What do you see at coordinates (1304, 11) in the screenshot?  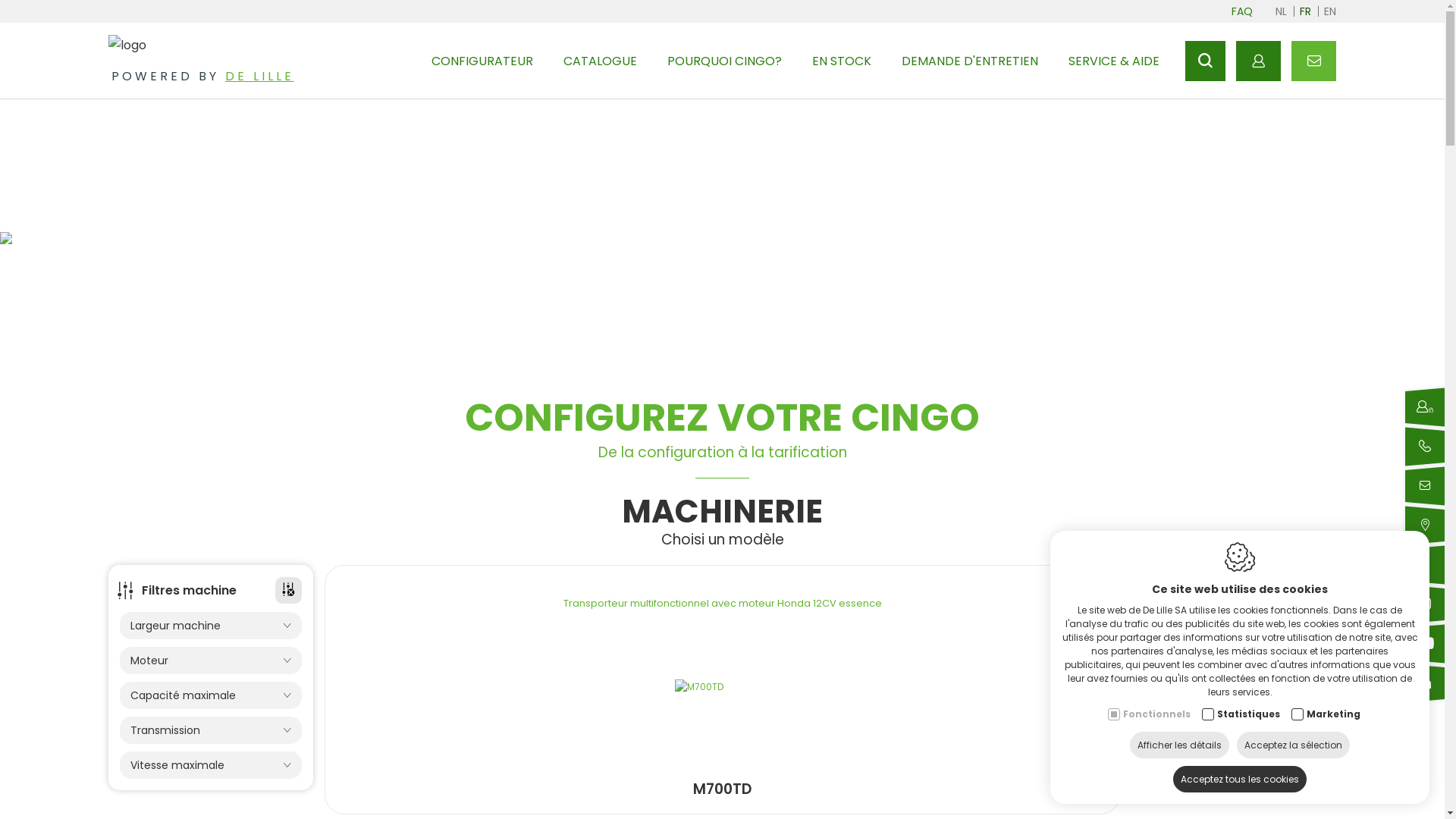 I see `'FR'` at bounding box center [1304, 11].